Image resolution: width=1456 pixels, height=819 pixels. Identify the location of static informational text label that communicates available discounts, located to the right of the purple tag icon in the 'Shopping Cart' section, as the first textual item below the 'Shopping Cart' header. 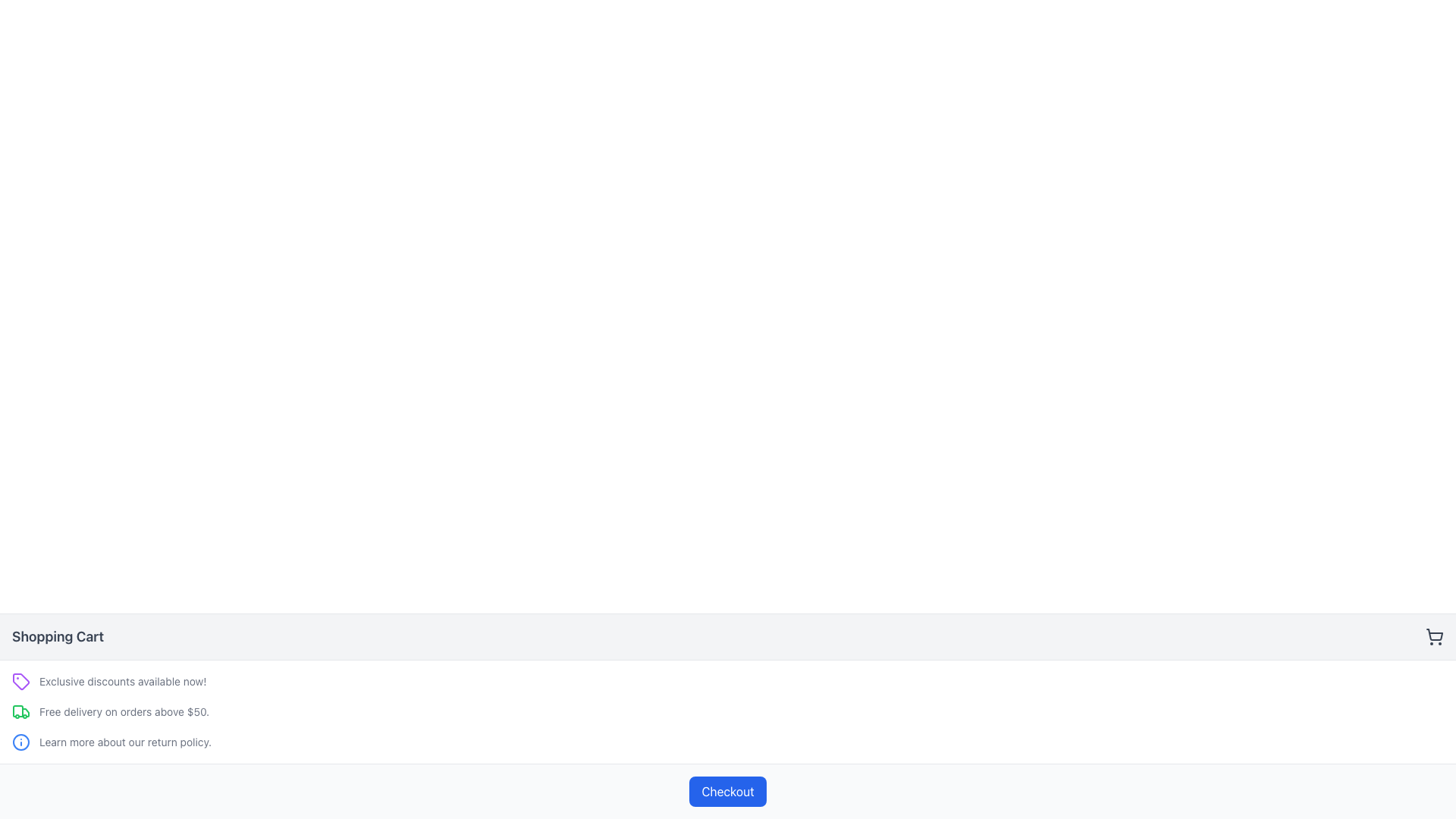
(123, 680).